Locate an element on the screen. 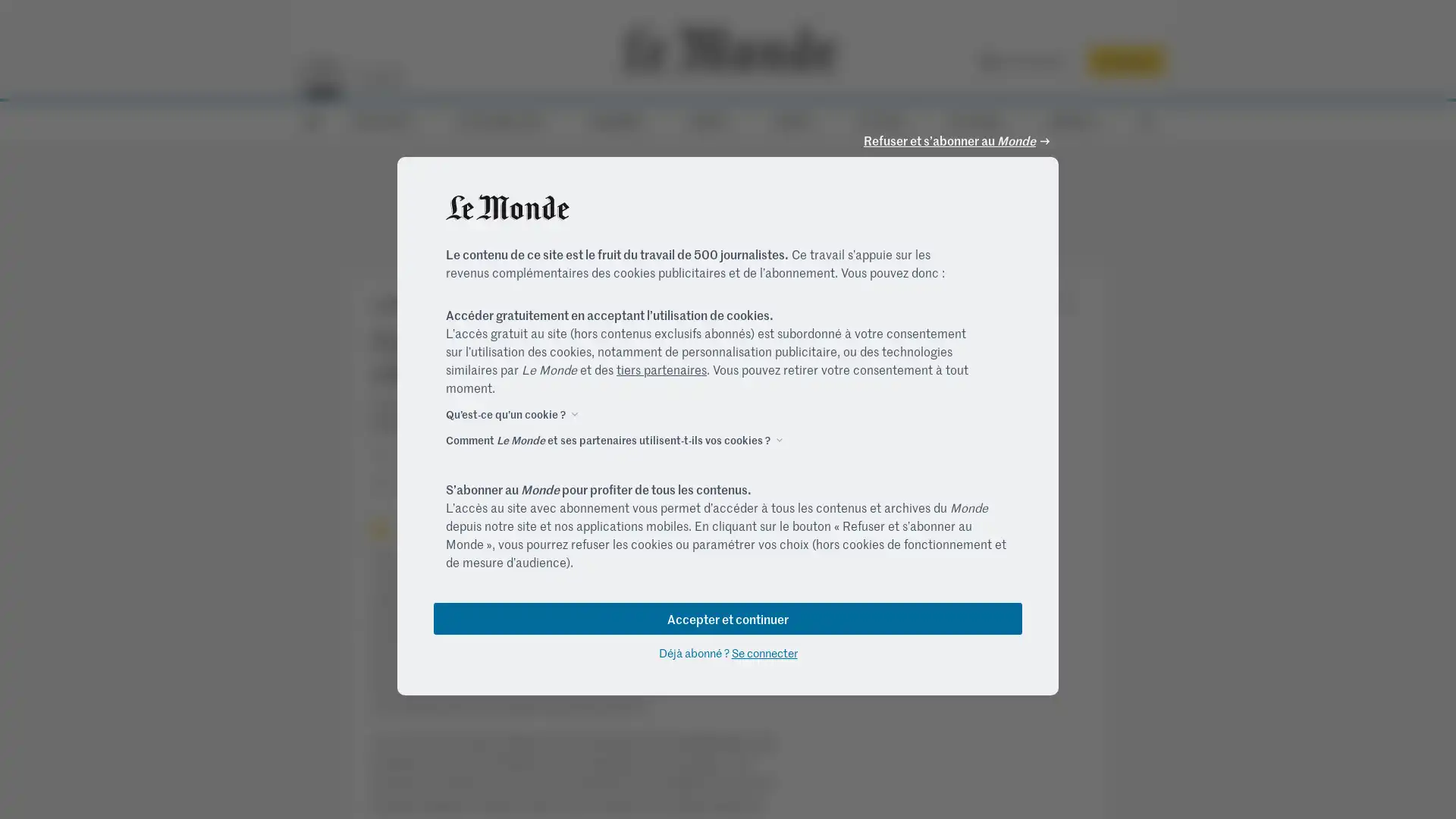  Partage desactive is located at coordinates (1033, 301).